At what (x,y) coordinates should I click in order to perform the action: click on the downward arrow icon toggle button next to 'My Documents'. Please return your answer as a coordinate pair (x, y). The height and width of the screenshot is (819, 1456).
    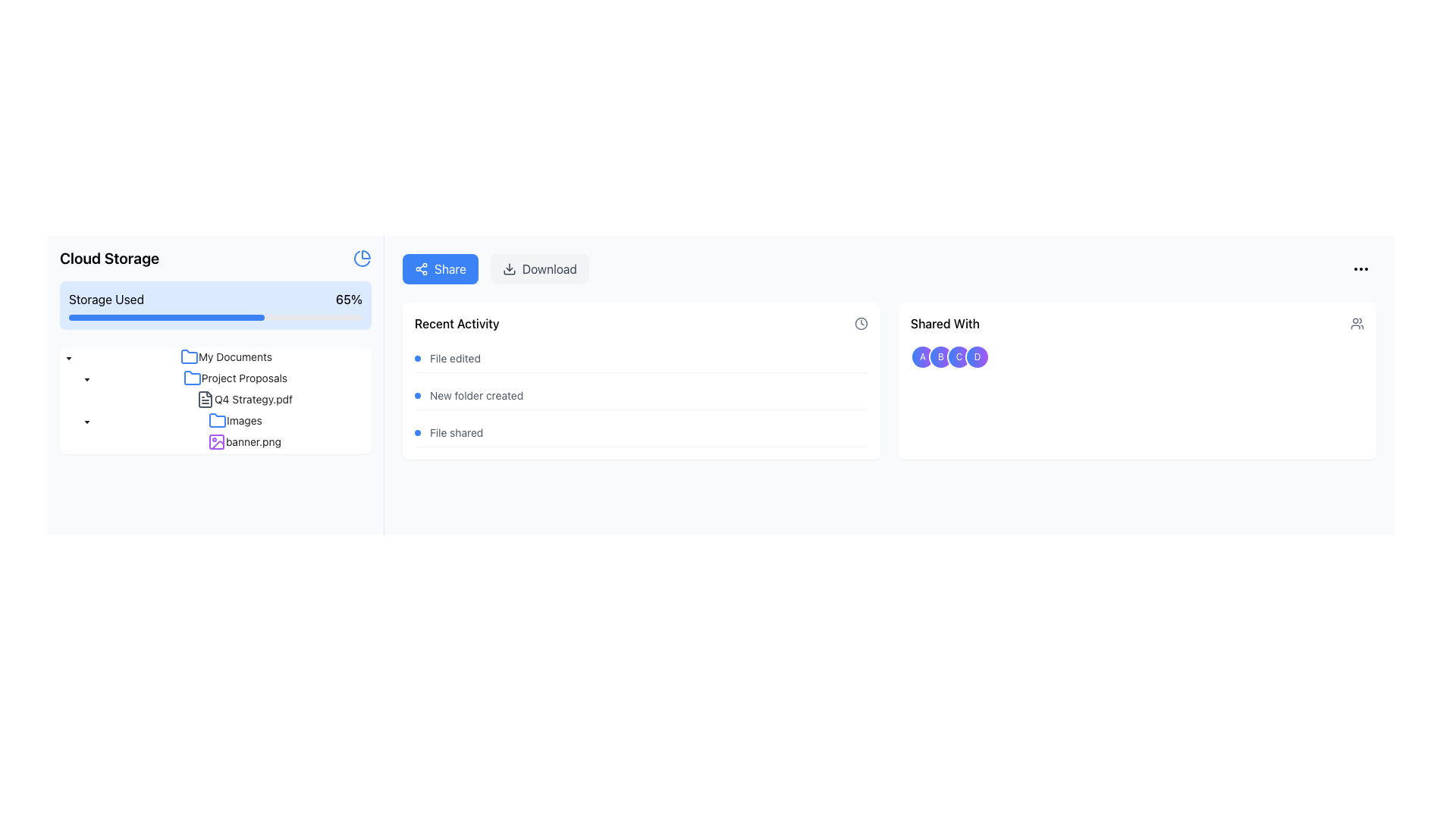
    Looking at the image, I should click on (68, 356).